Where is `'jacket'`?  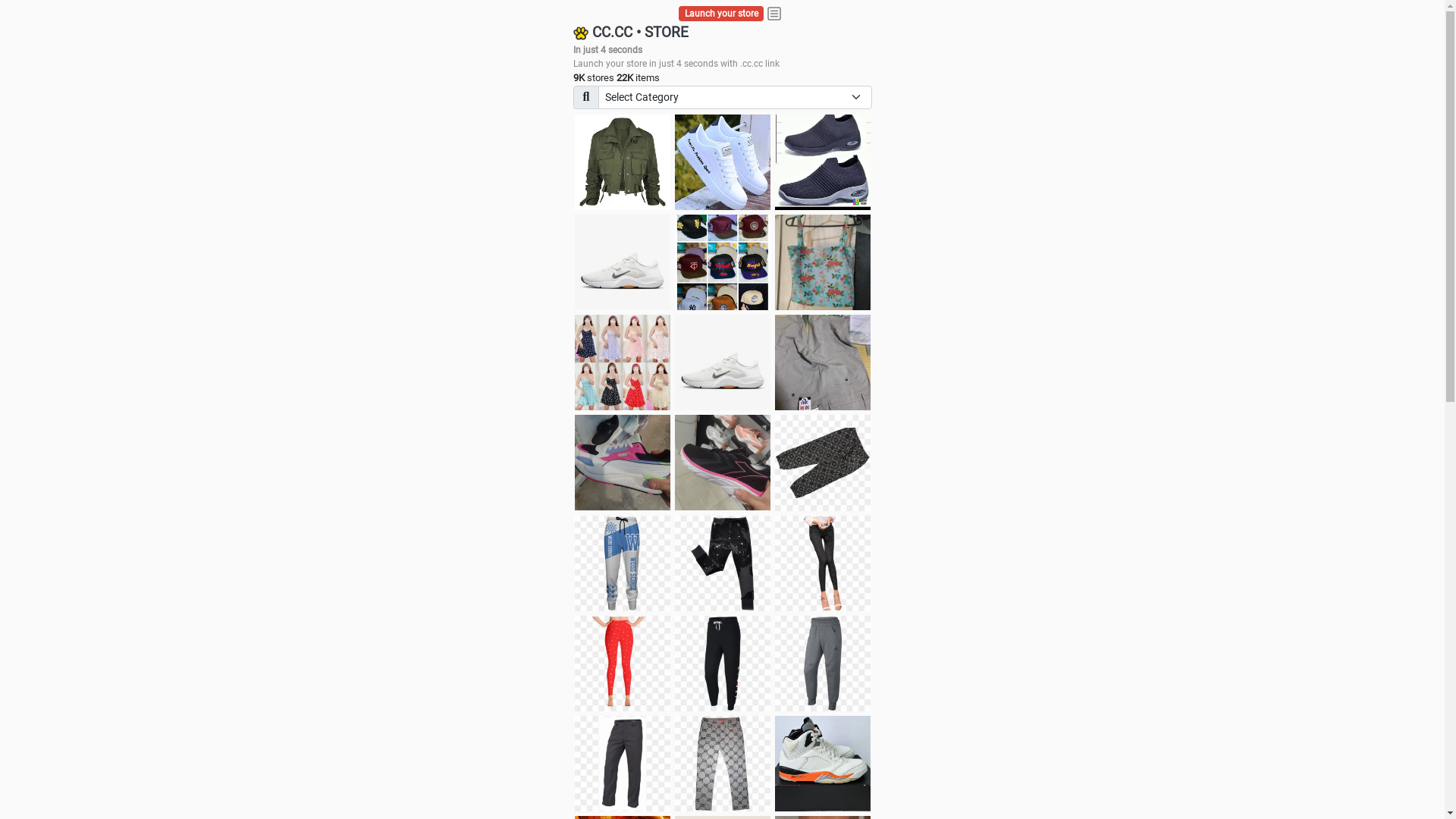
'jacket' is located at coordinates (622, 162).